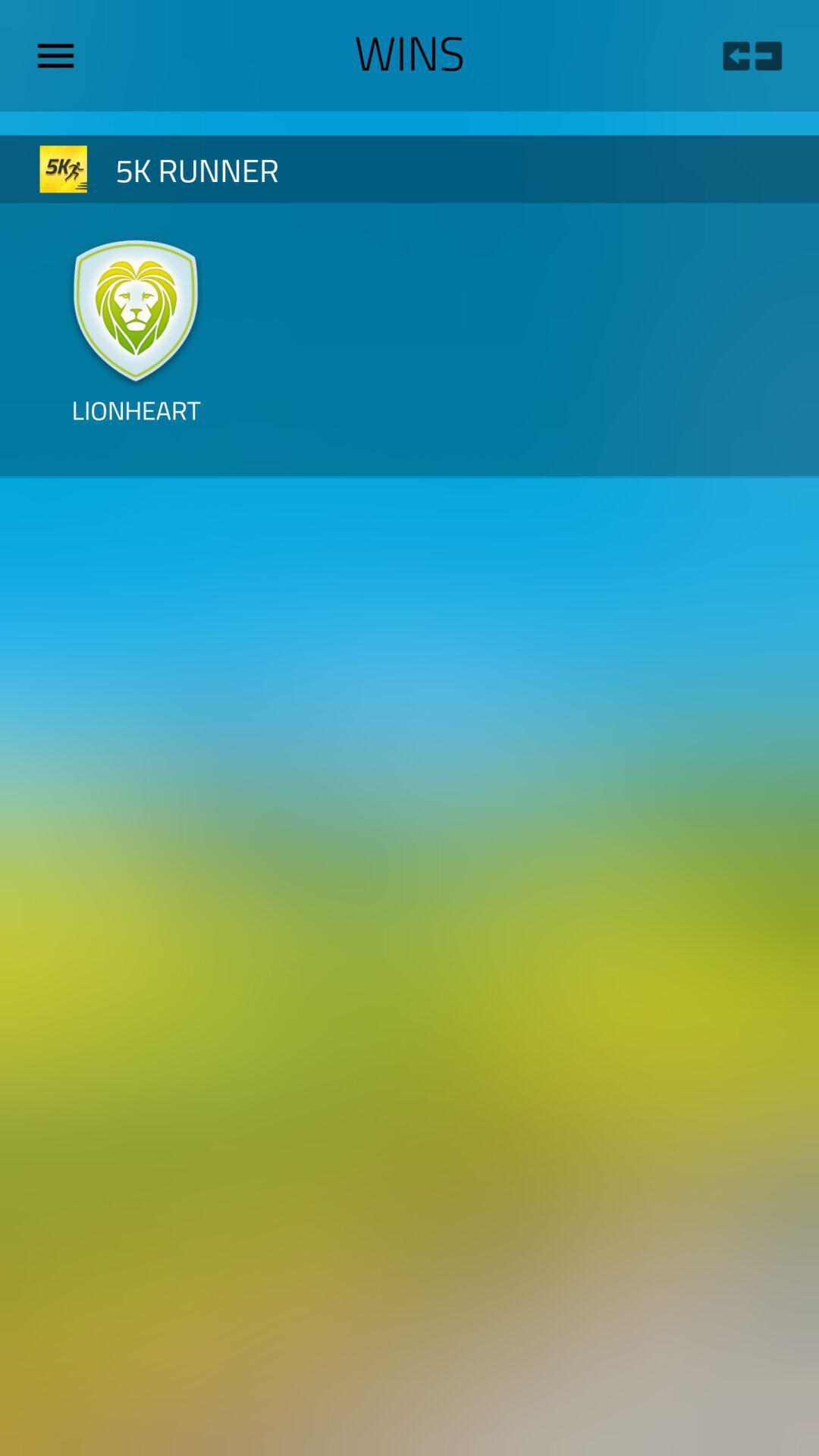 This screenshot has height=1456, width=819. What do you see at coordinates (63, 169) in the screenshot?
I see `the icon to the left of the 5k runner icon` at bounding box center [63, 169].